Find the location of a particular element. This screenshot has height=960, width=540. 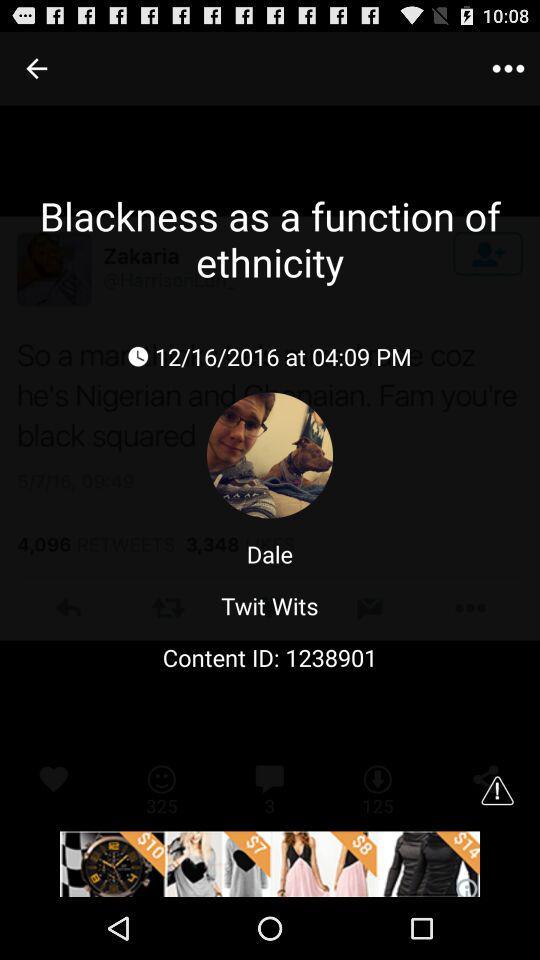

the warning icon is located at coordinates (496, 845).